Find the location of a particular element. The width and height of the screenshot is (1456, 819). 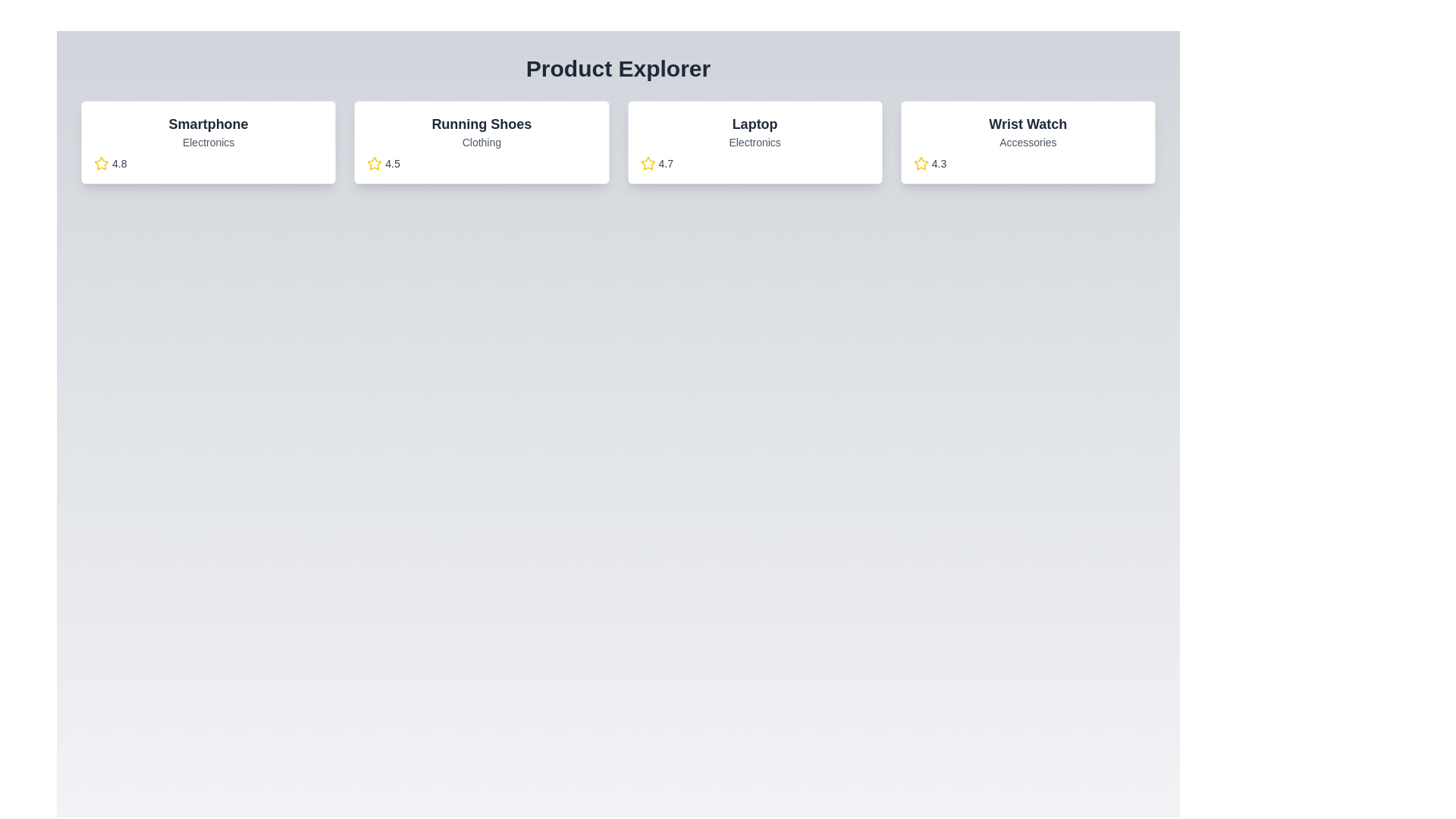

the 'Accessories' text label located at the bottom of the fourth product card, below 'Wrist Watch' and above the rating is located at coordinates (1028, 143).